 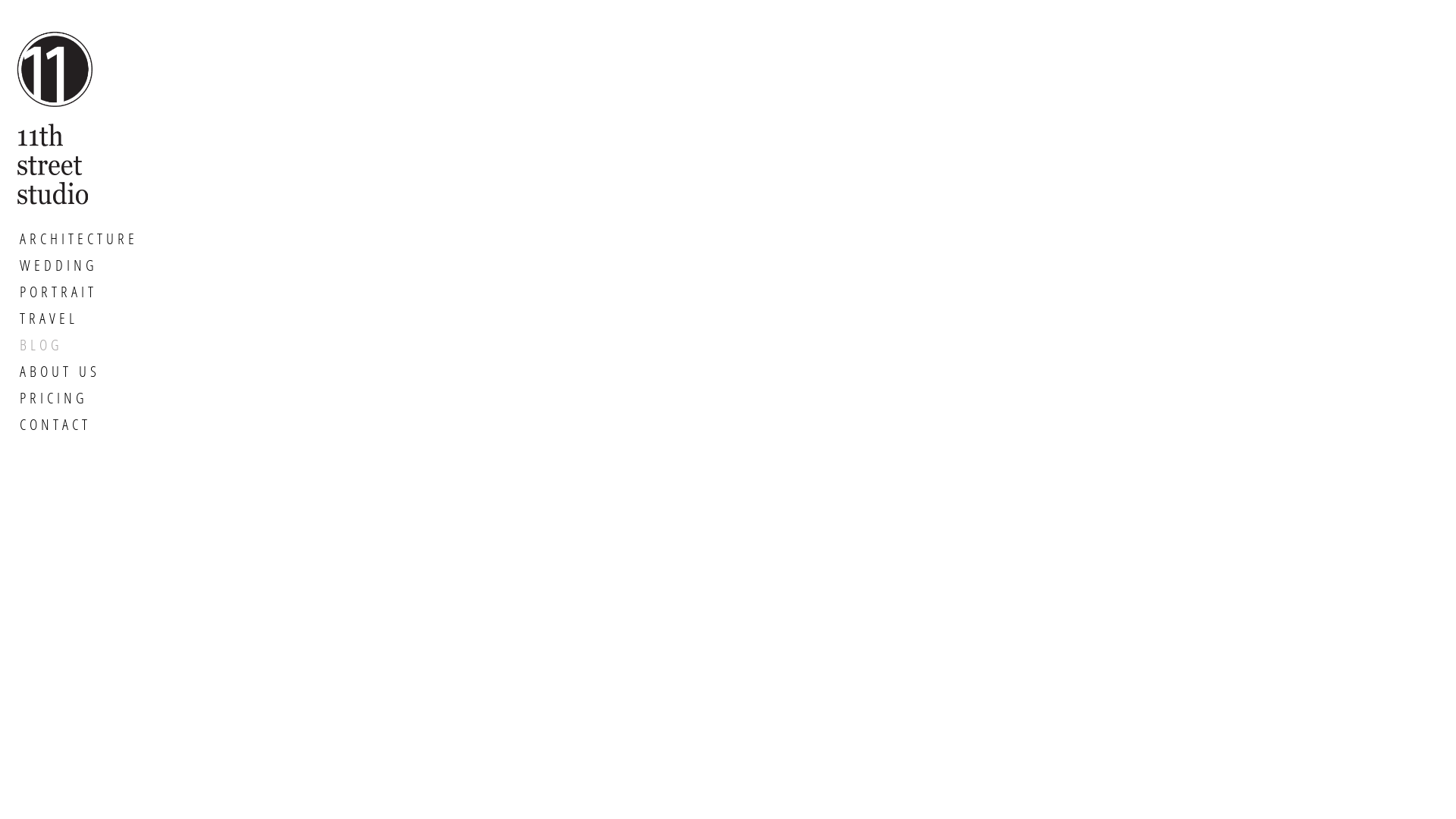 I want to click on 'ABOUT US', so click(x=11, y=371).